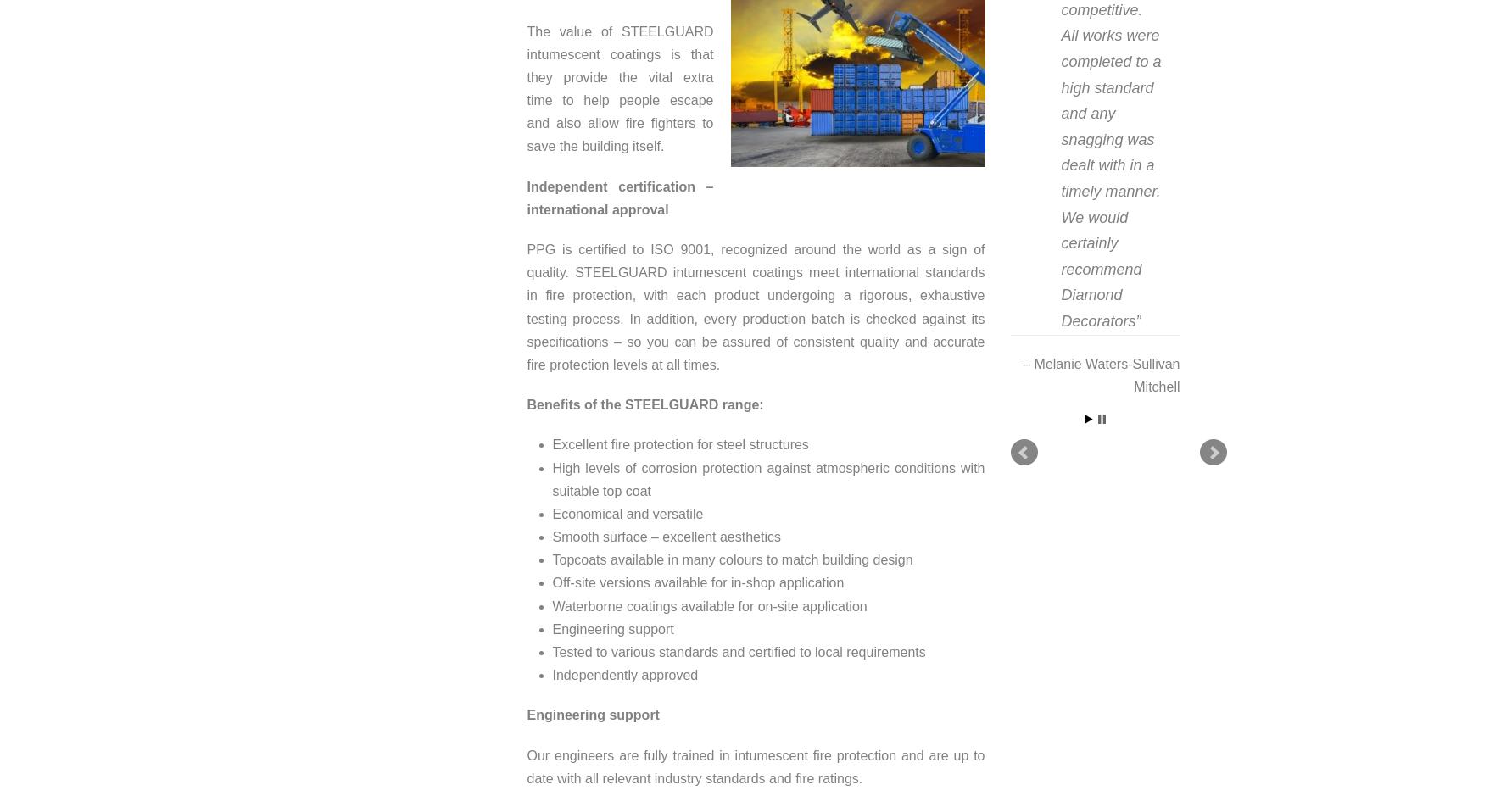 The image size is (1512, 796). I want to click on 'Independent certification – international approval', so click(527, 197).